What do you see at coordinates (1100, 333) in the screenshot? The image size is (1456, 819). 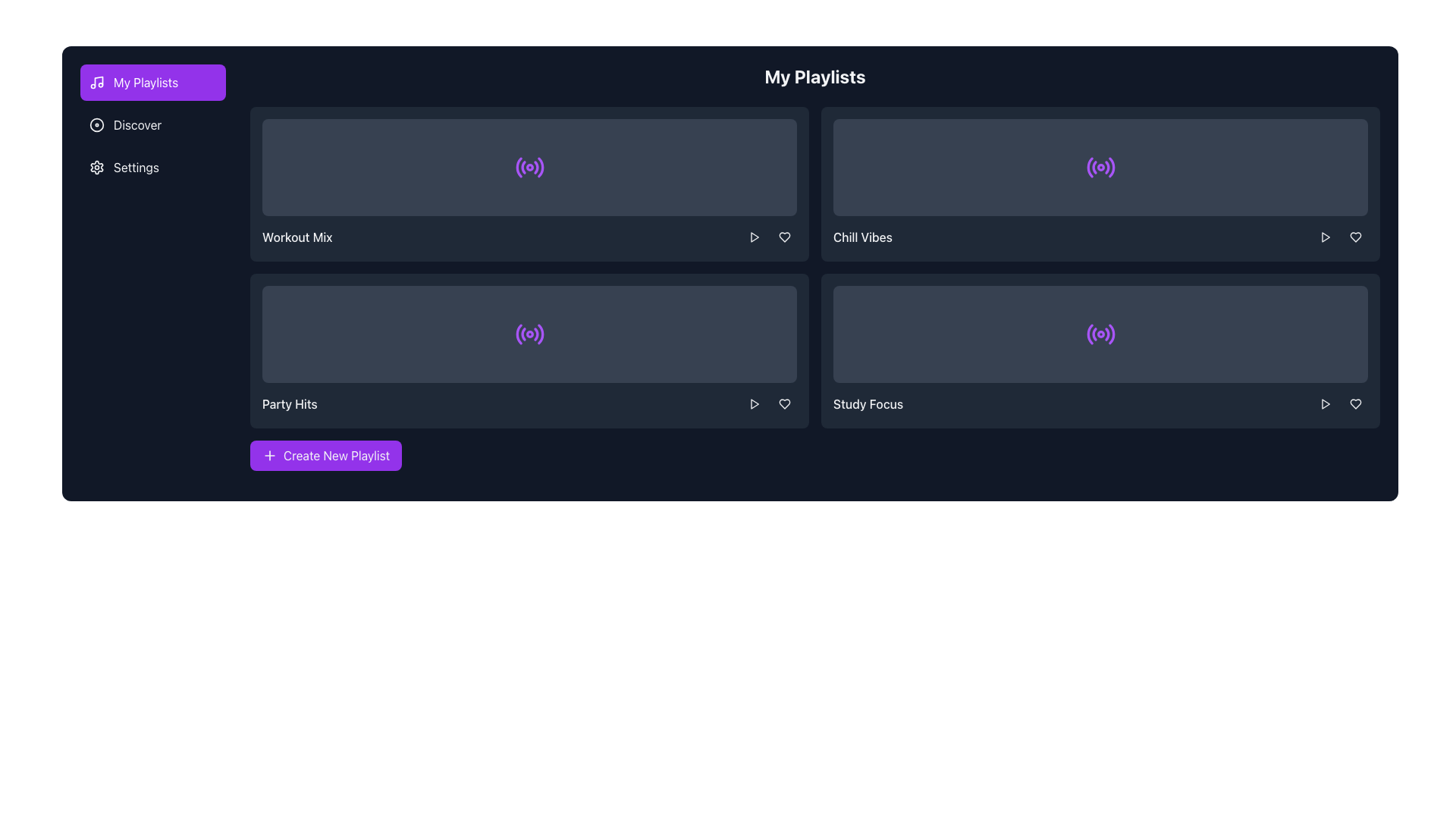 I see `the visual placeholder card for 'Study Focus', located at the bottom right position of the grid layout` at bounding box center [1100, 333].